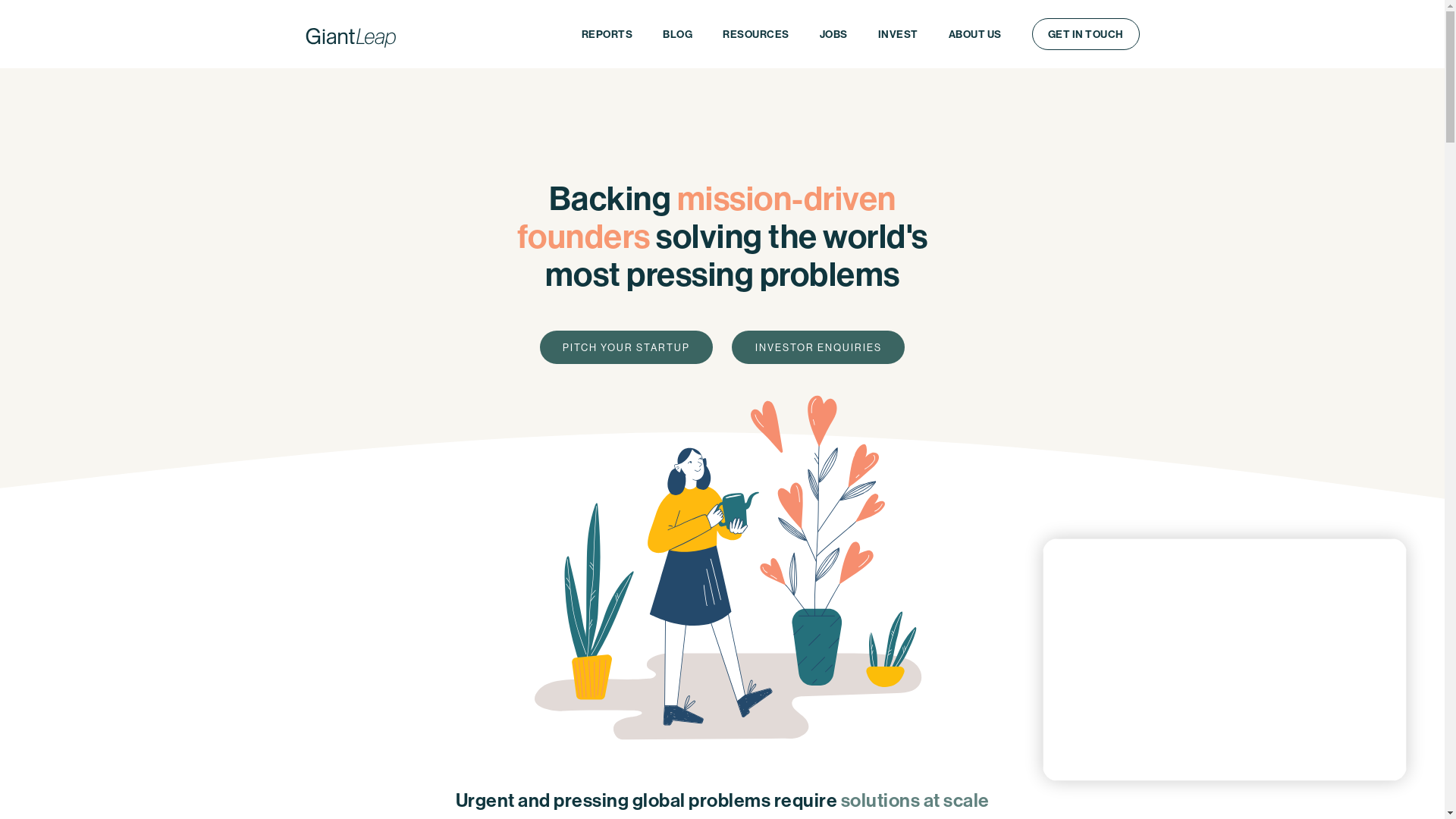 The image size is (1456, 819). What do you see at coordinates (898, 34) in the screenshot?
I see `'INVEST'` at bounding box center [898, 34].